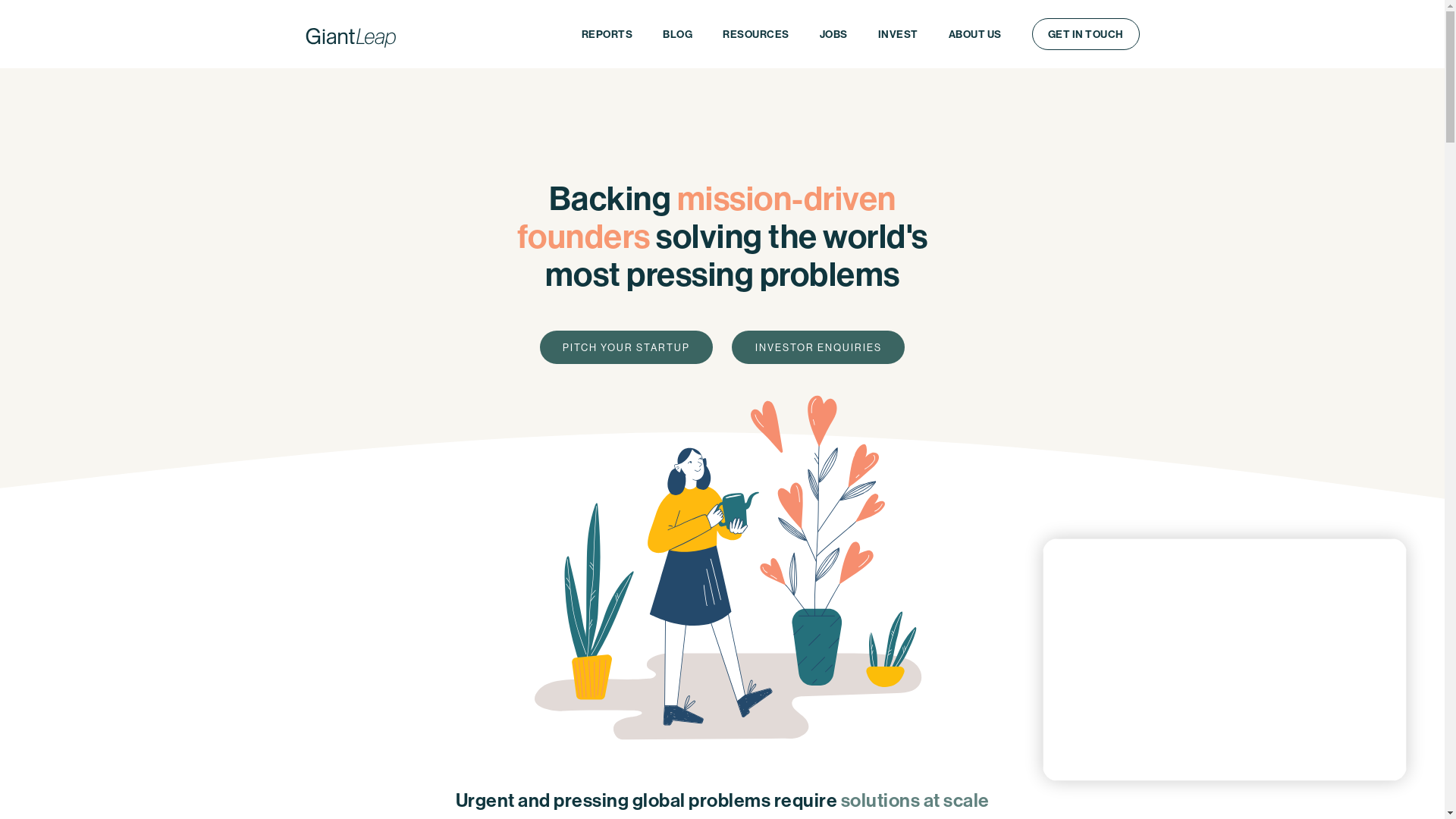 The image size is (1456, 819). What do you see at coordinates (898, 34) in the screenshot?
I see `'INVEST'` at bounding box center [898, 34].